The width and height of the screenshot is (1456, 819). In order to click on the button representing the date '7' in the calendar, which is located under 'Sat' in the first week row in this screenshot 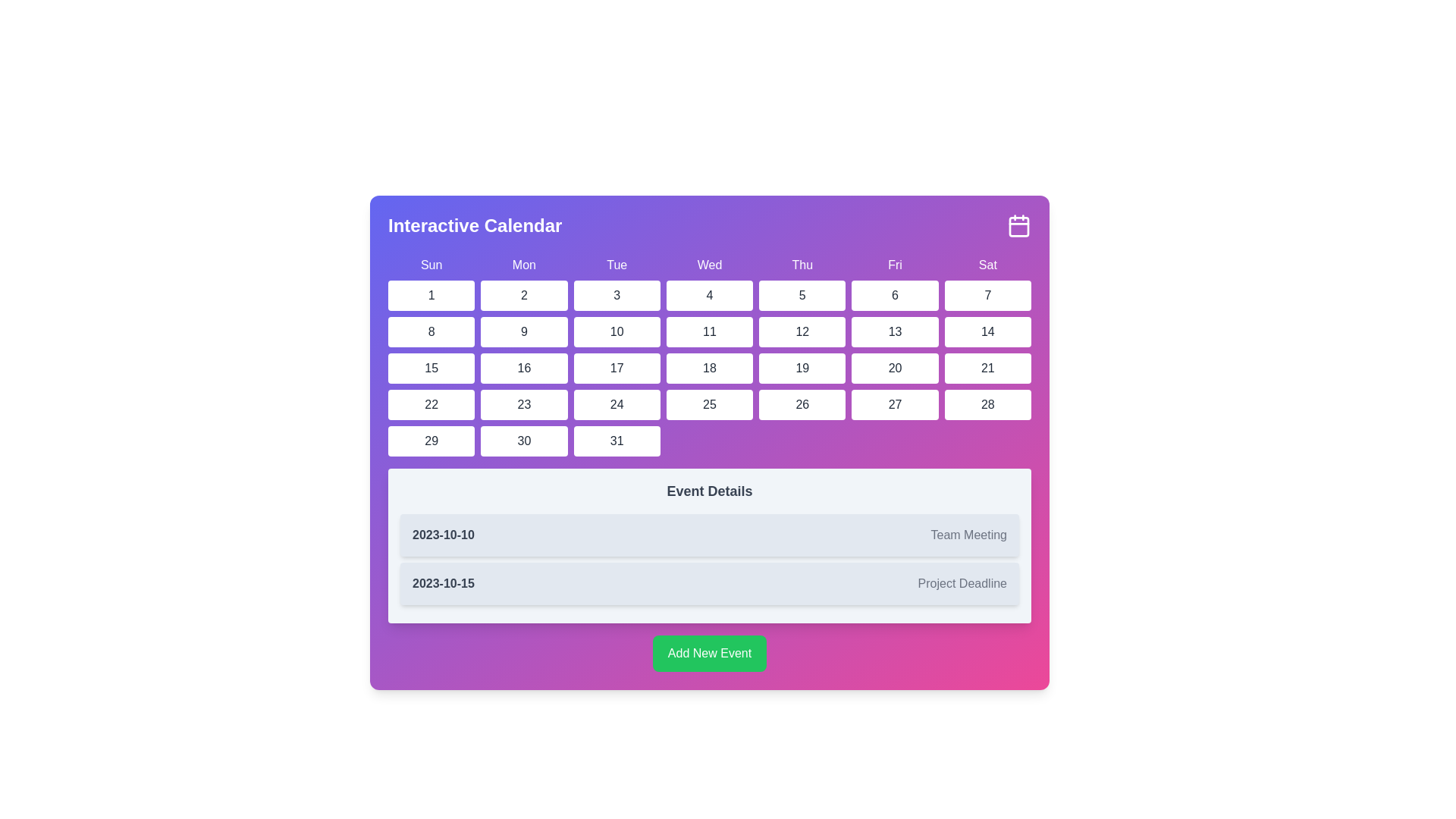, I will do `click(987, 295)`.